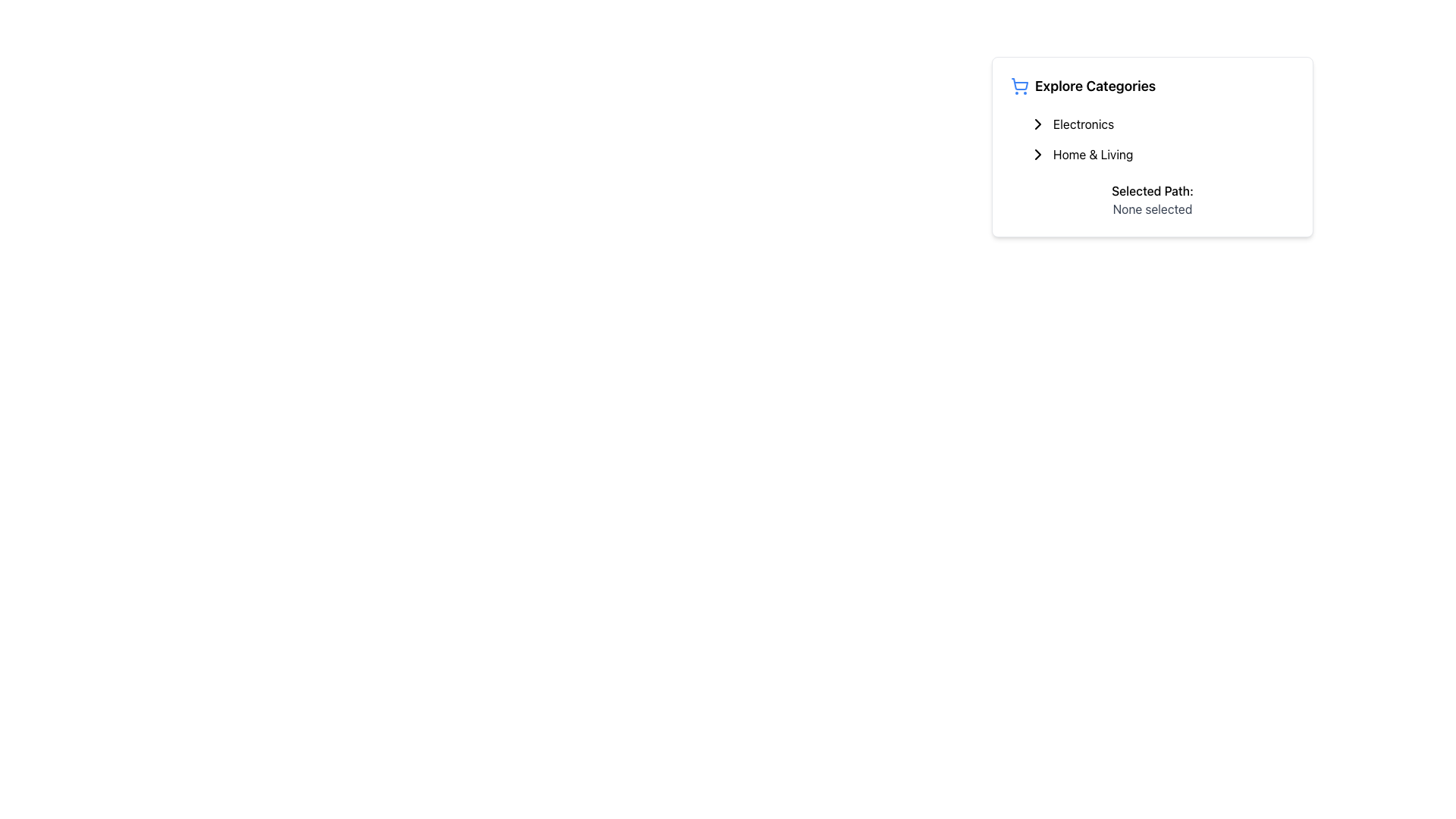 The width and height of the screenshot is (1456, 819). Describe the element at coordinates (1037, 155) in the screenshot. I see `the graphical indicator icon located to the immediate left of the 'Home & Living' text label in the 'Explore Categories' section` at that location.